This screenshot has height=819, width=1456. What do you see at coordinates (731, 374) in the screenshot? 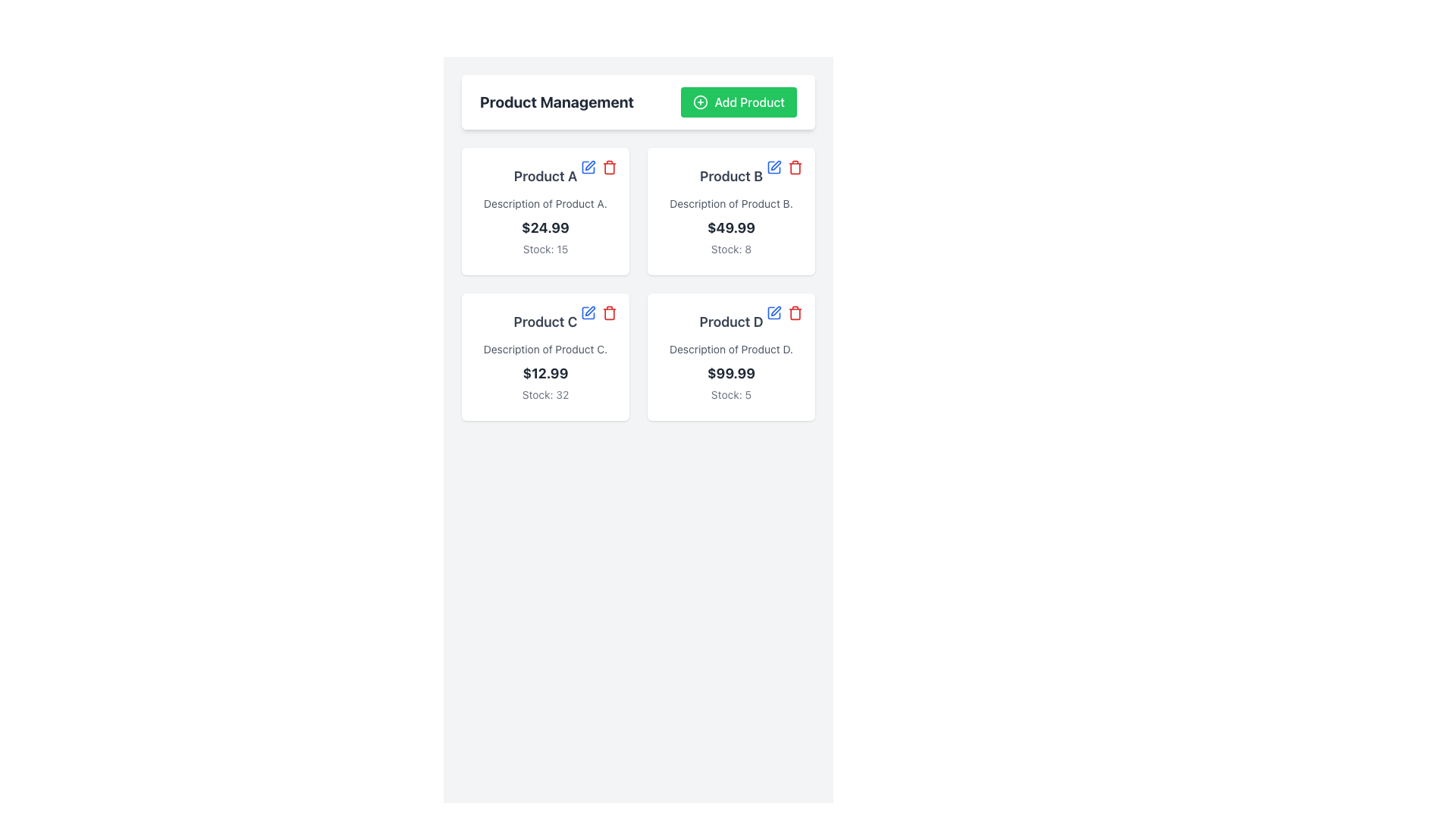
I see `price text label located in the fourth product card, beneath 'Description of Product D.' and above 'Stock: 5.'` at bounding box center [731, 374].